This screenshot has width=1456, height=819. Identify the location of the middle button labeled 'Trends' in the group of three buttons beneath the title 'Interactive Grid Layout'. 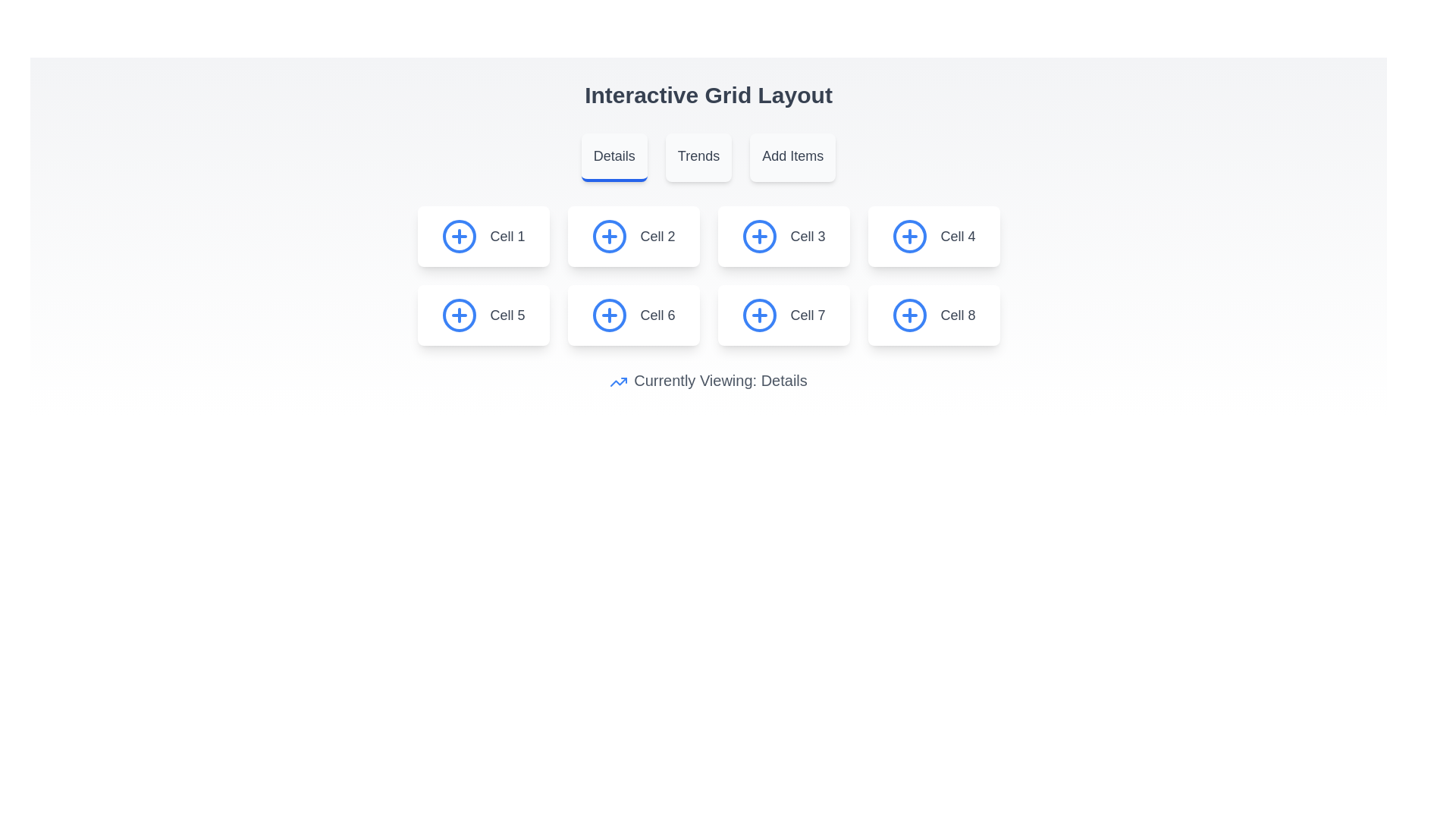
(708, 158).